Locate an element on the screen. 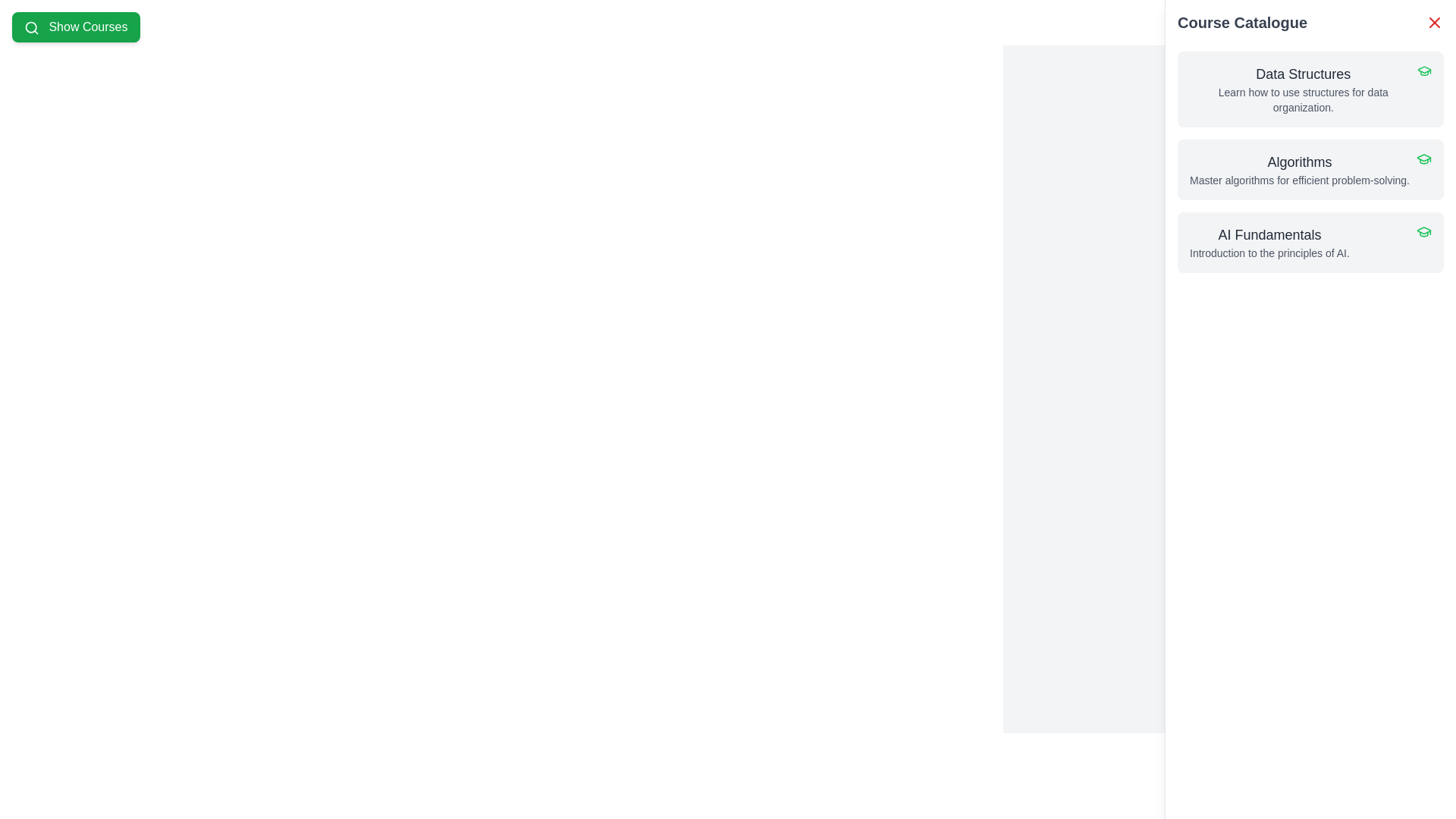  the green decorative SVG component representing a graduation cap, which is the topmost sub-component next to the 'Algorithms' course title is located at coordinates (1423, 70).